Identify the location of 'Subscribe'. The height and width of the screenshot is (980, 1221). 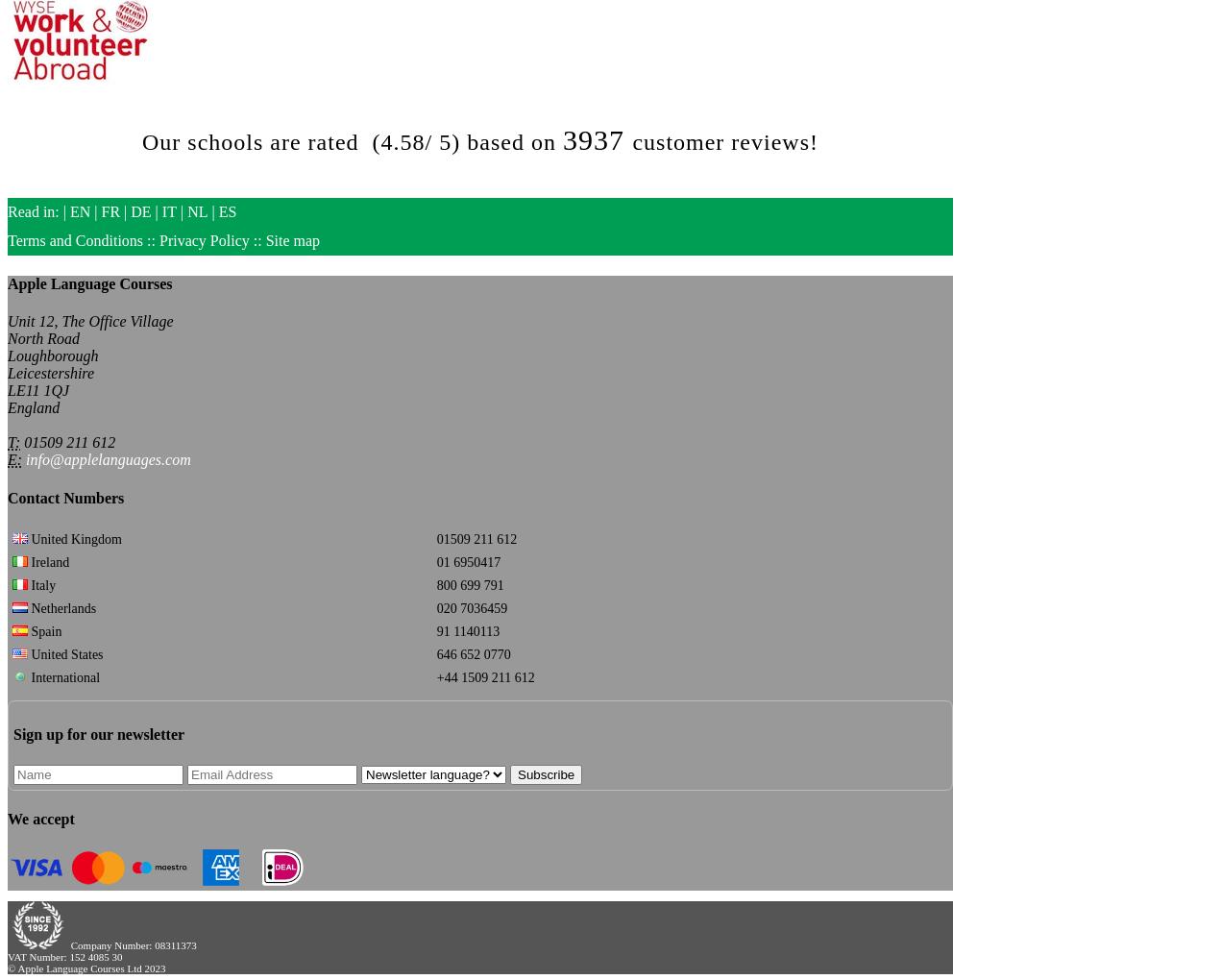
(546, 772).